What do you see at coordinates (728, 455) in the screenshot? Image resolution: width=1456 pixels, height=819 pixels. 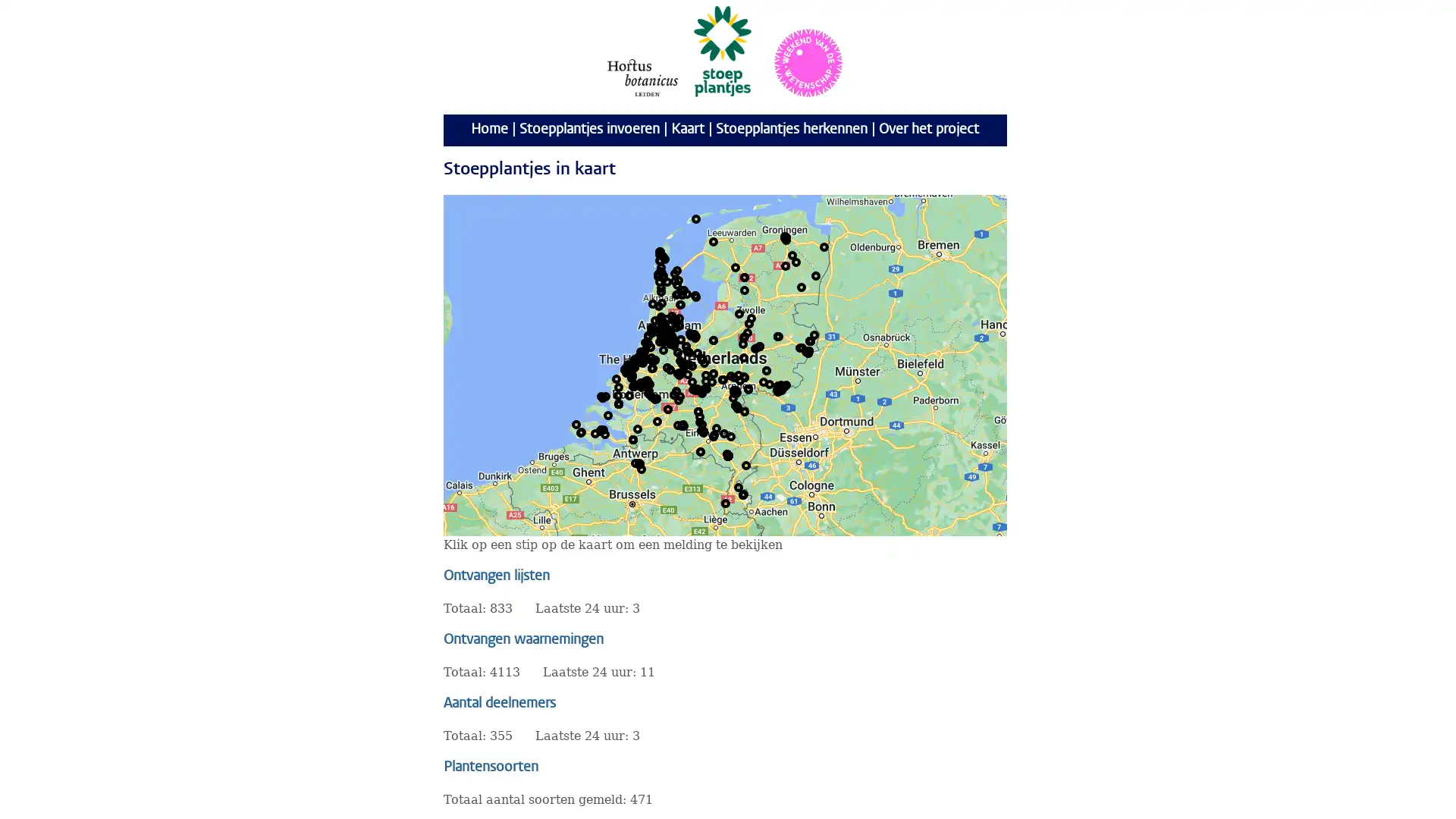 I see `Telling van Ton Frenken op 02 mei 2022` at bounding box center [728, 455].